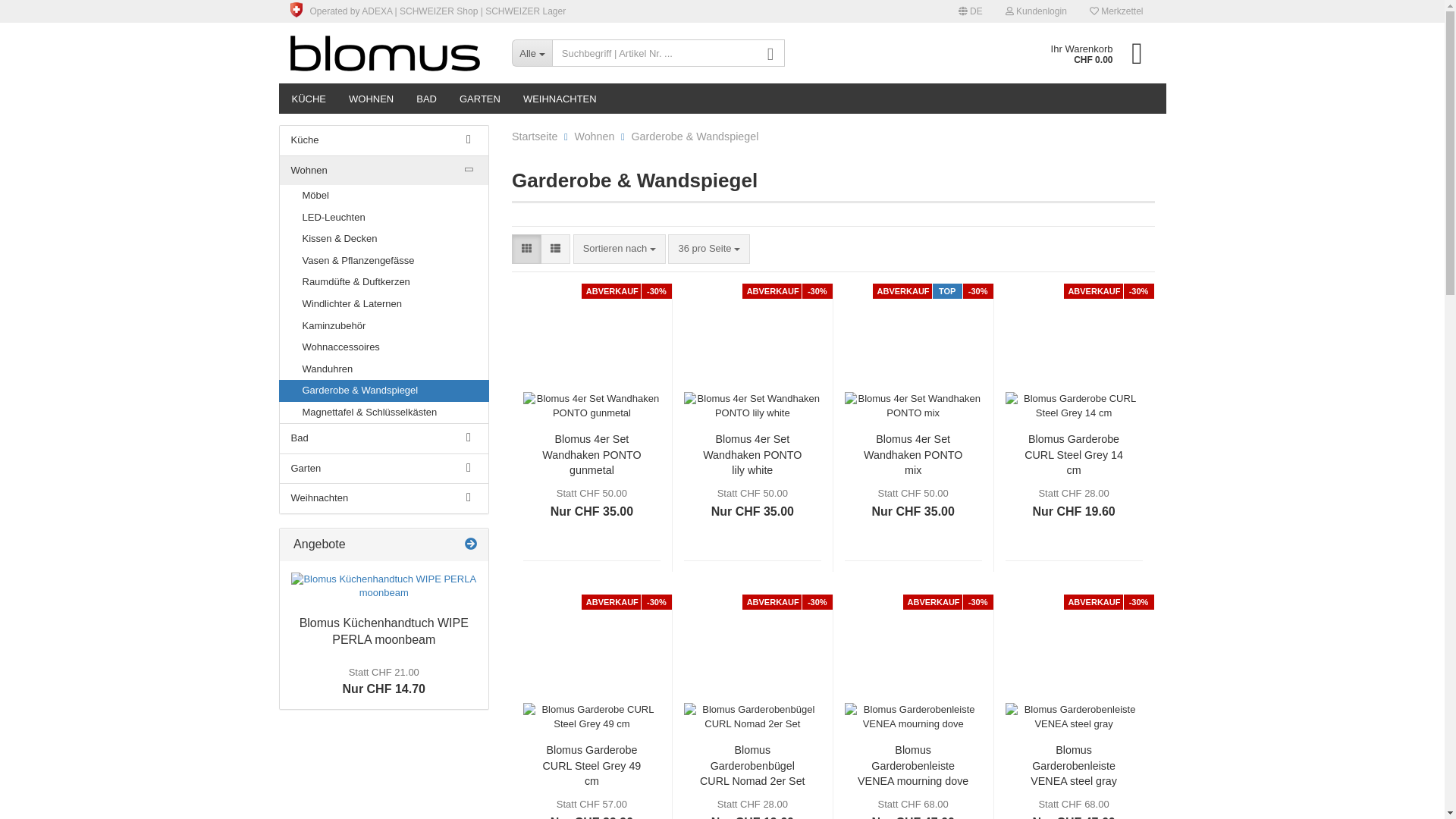 This screenshot has width=1456, height=819. I want to click on 'Garten', so click(383, 468).